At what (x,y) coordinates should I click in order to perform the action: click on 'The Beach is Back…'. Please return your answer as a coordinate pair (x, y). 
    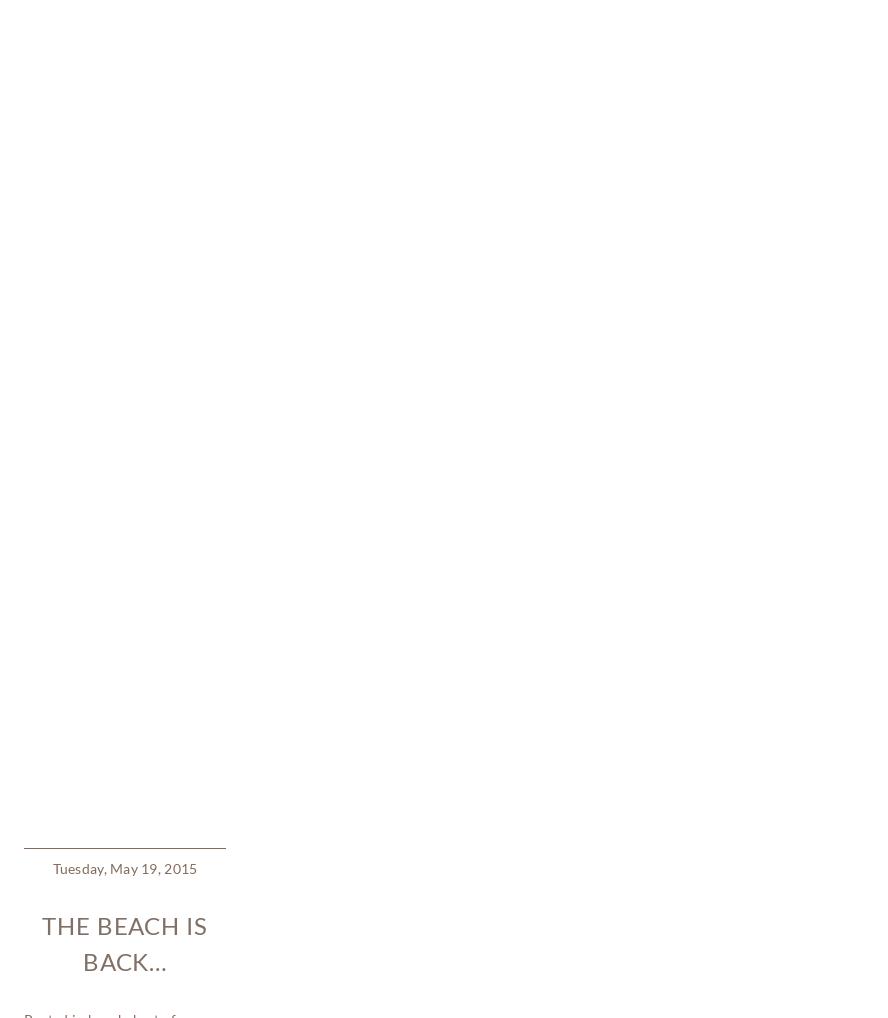
    Looking at the image, I should click on (124, 342).